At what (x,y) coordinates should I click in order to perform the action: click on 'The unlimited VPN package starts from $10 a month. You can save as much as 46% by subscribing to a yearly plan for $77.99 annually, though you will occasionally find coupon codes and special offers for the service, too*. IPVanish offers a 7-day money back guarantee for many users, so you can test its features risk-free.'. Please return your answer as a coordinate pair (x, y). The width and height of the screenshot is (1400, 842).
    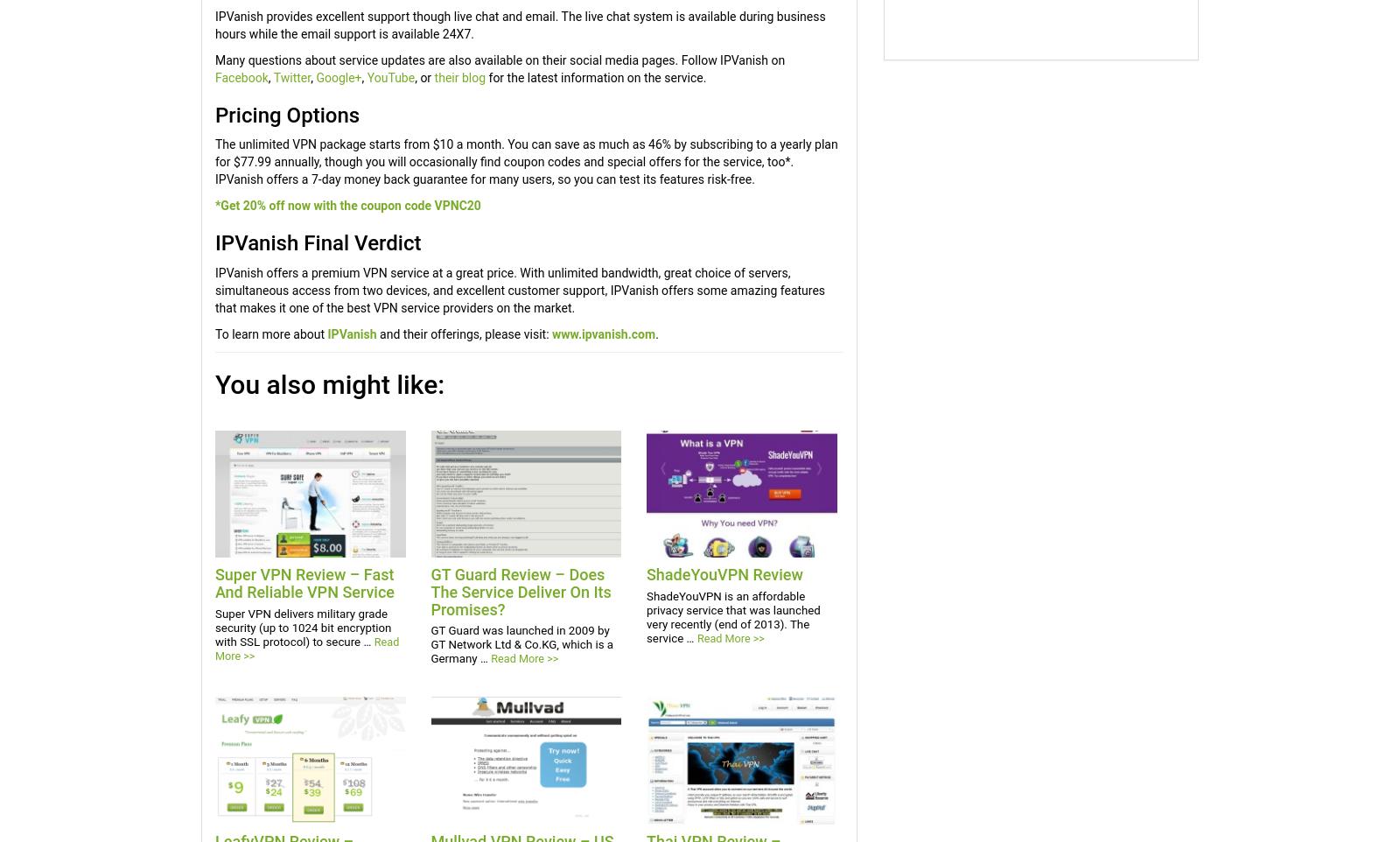
    Looking at the image, I should click on (526, 161).